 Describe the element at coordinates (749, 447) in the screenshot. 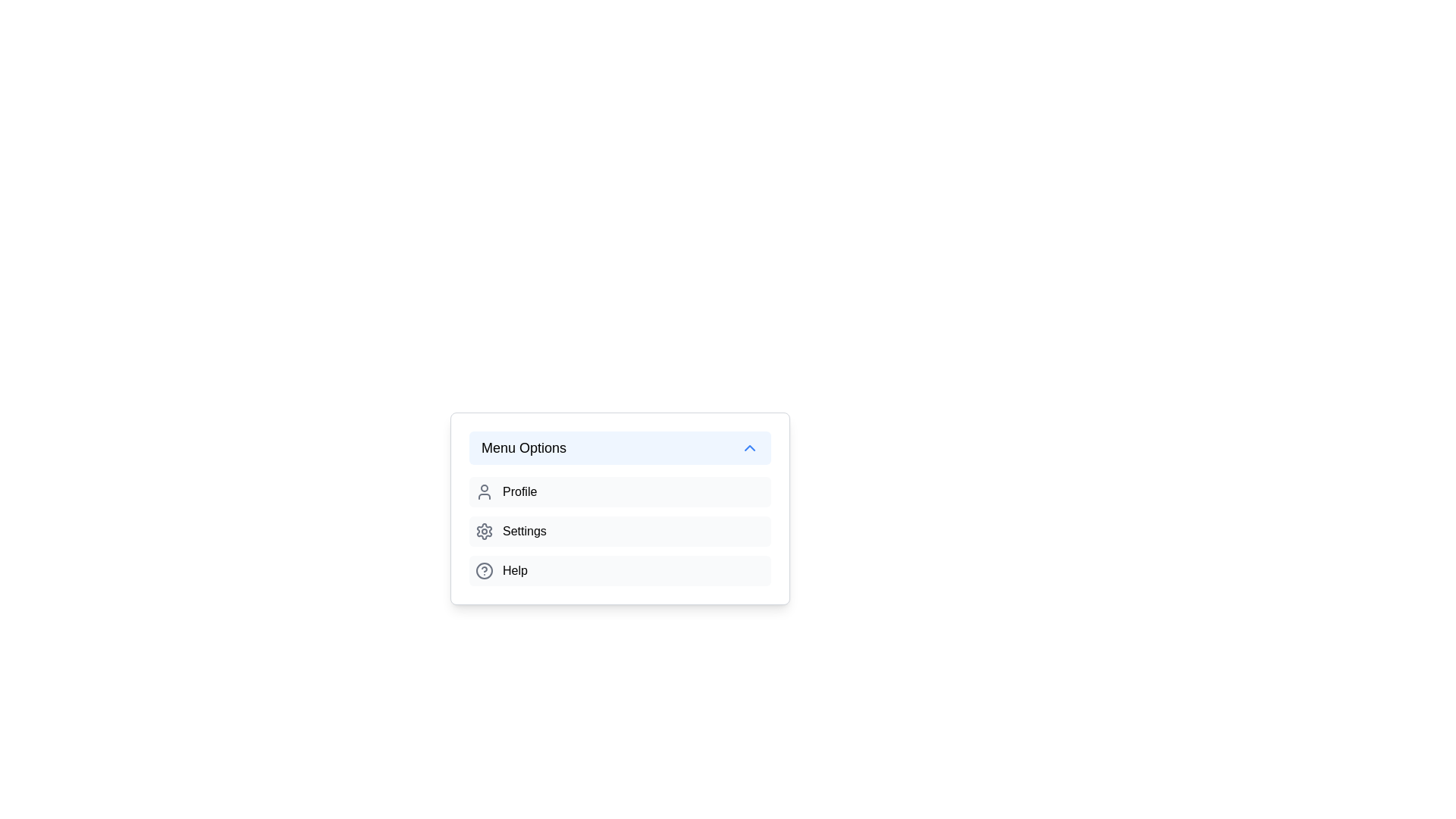

I see `the small upward-pointing chevron icon styled in blue, located at the far-right edge of the 'Menu Options' header bar` at that location.